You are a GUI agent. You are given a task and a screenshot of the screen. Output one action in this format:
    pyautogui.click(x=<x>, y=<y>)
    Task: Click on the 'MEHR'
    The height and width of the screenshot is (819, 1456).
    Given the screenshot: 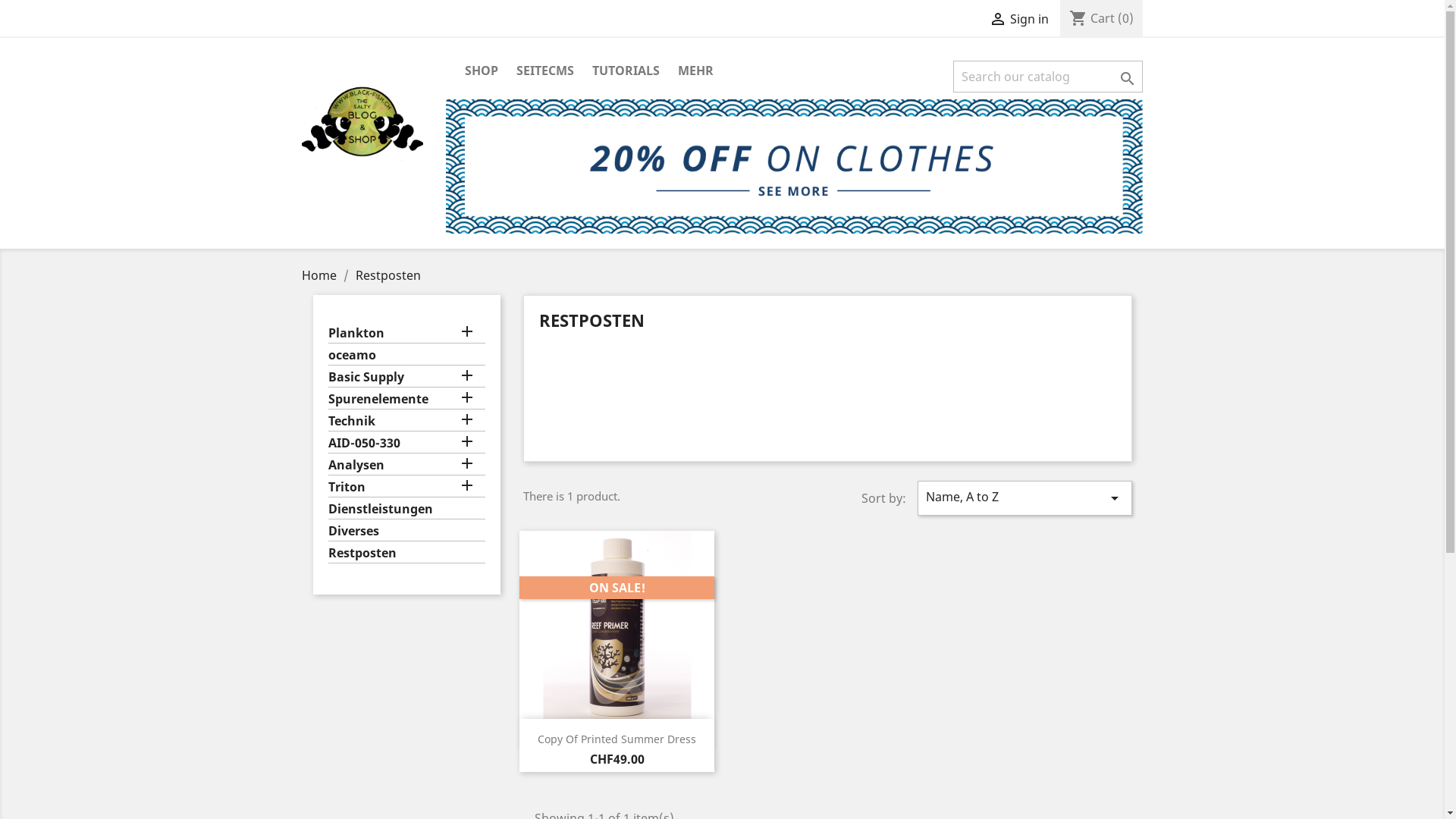 What is the action you would take?
    pyautogui.click(x=669, y=71)
    